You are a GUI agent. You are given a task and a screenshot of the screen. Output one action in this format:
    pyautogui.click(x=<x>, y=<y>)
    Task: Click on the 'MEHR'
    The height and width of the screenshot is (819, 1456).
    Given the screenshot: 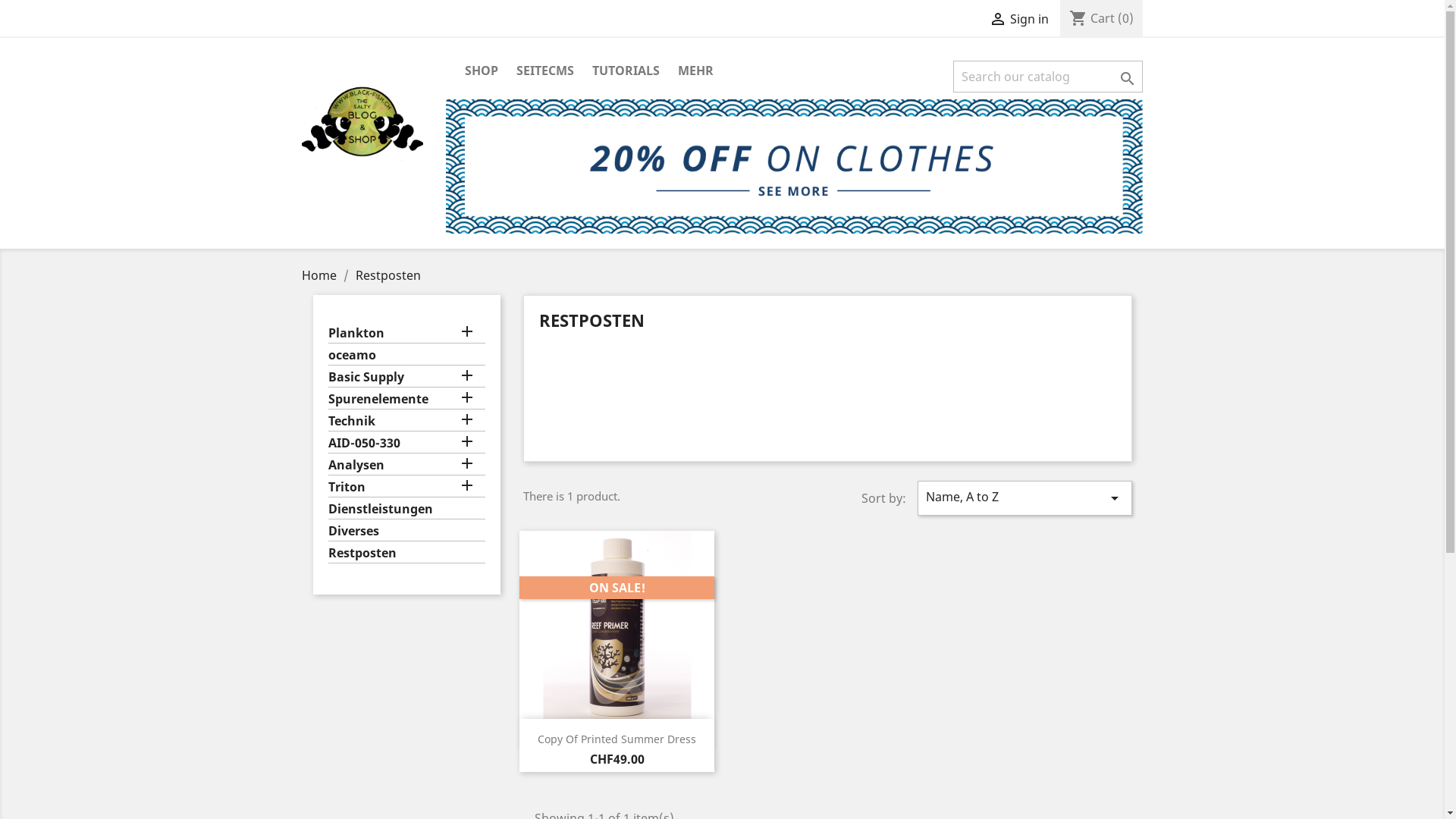 What is the action you would take?
    pyautogui.click(x=669, y=71)
    